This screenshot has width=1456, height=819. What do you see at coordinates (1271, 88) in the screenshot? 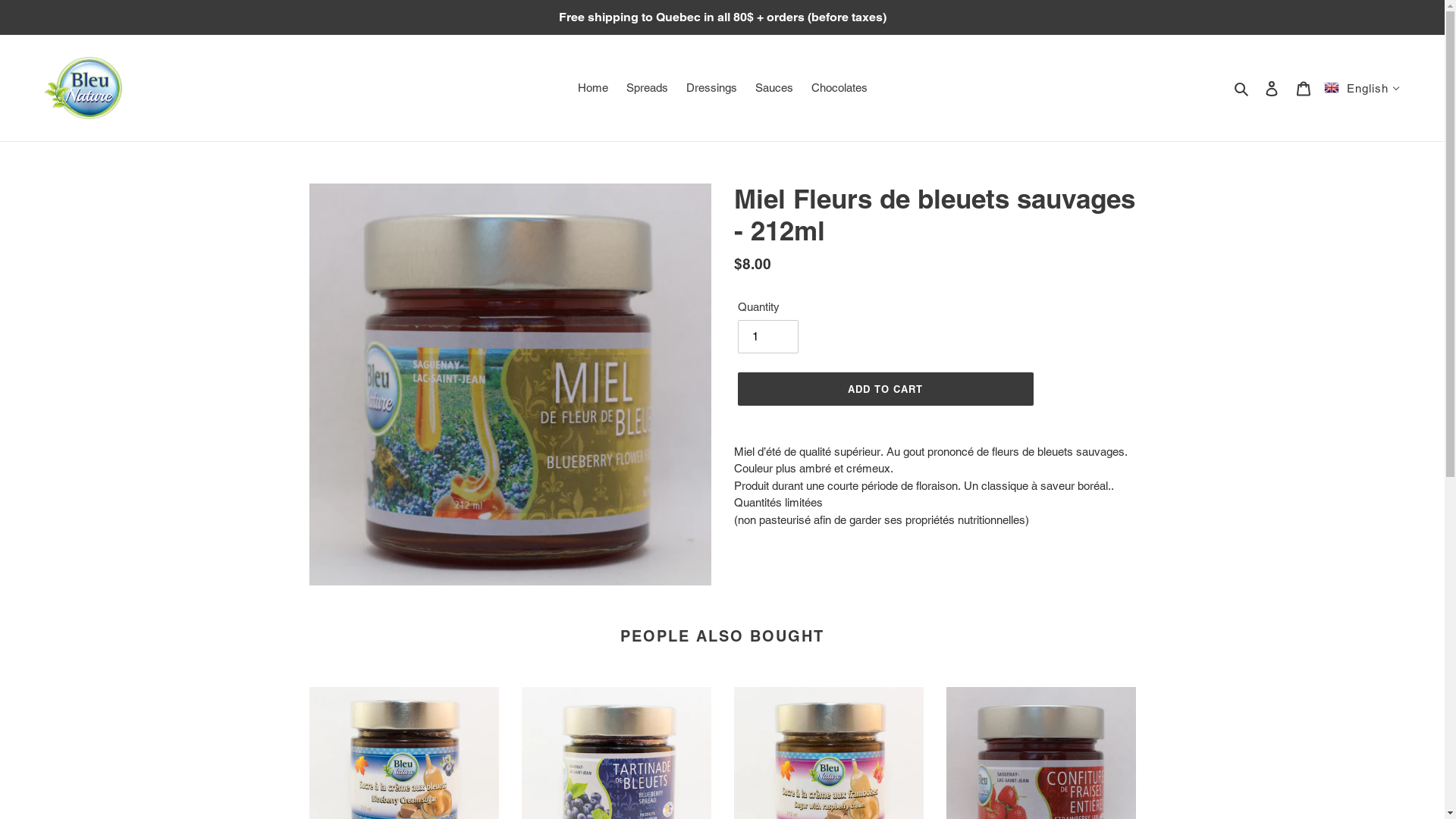
I see `'Log in'` at bounding box center [1271, 88].